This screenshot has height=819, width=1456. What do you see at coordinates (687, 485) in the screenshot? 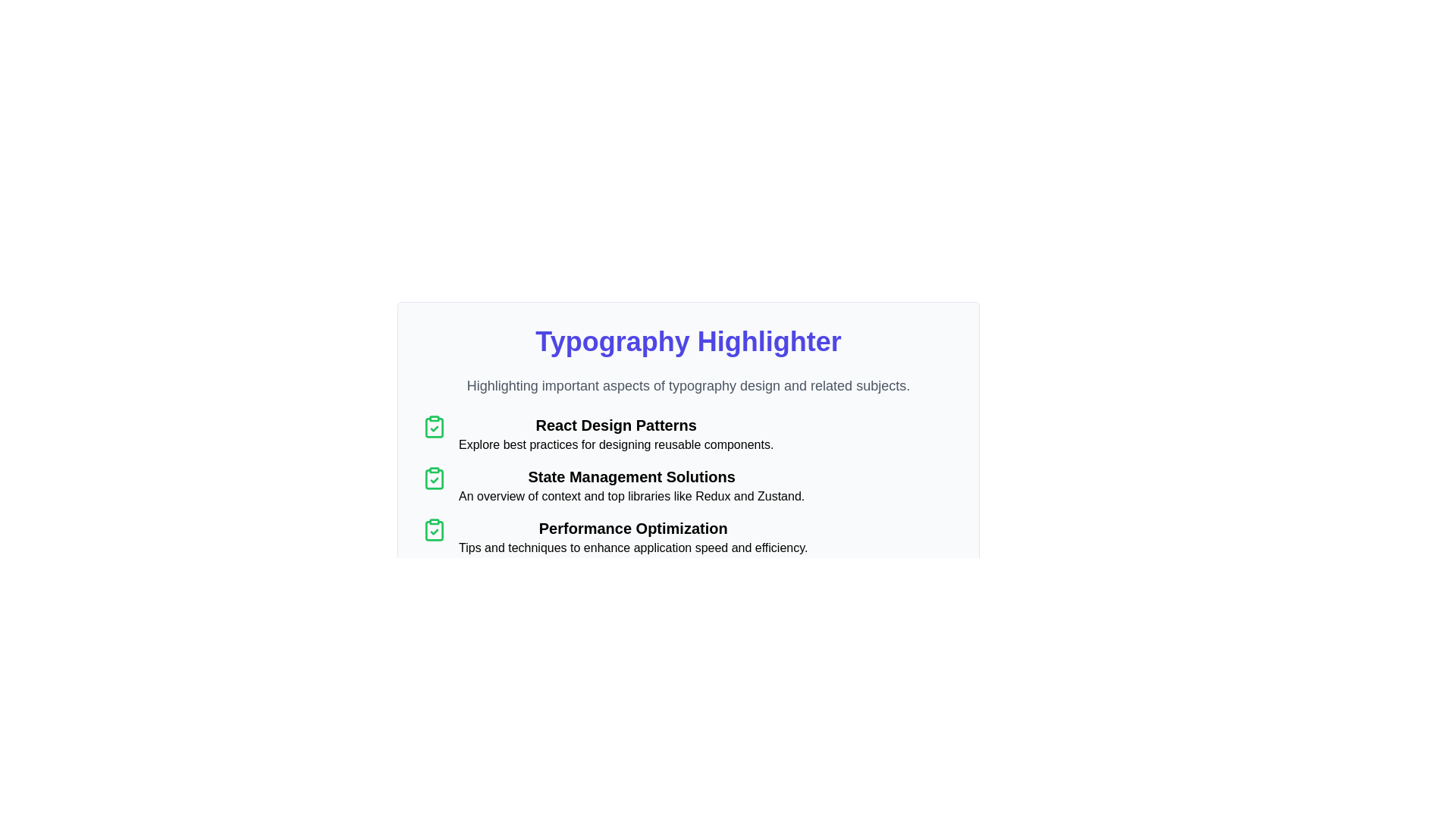
I see `the informational block displaying the sections 'React Design Patterns', 'State Management Solutions', and 'Performance Optimization', which is located centrally below the title 'Typography Highlighter'` at bounding box center [687, 485].